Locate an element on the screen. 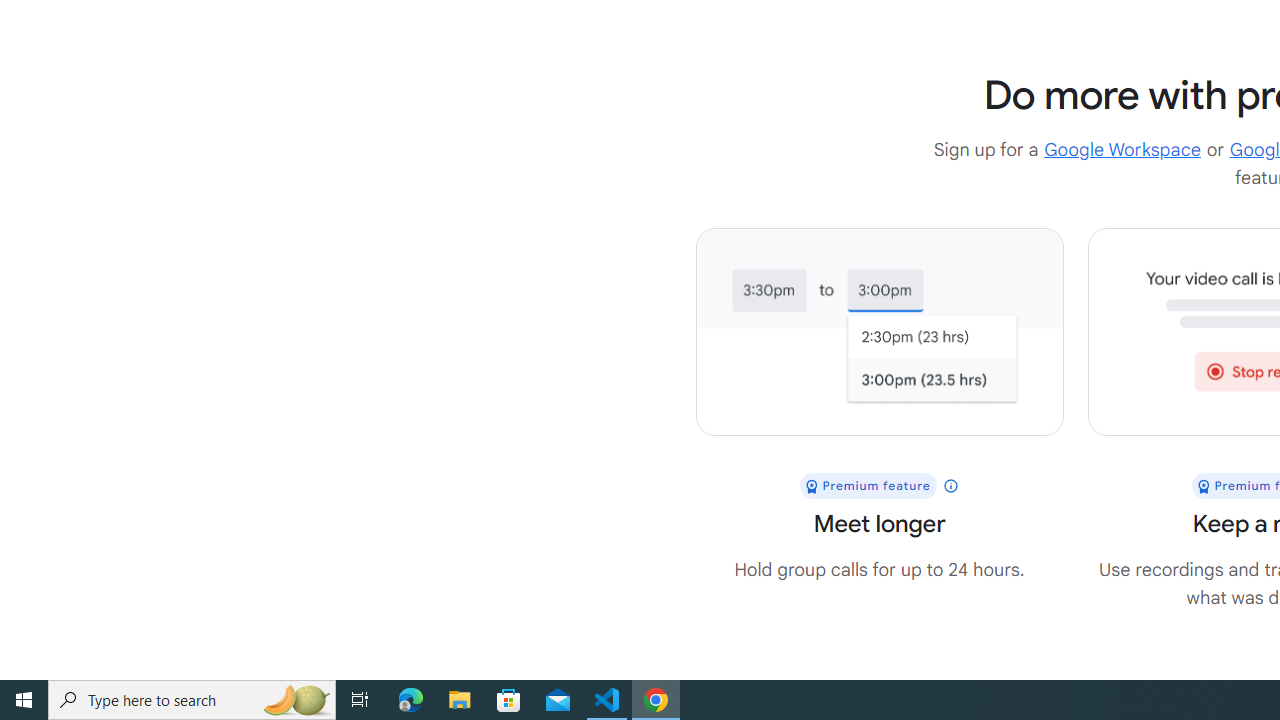  'UI shows extending a meeting to 23.5 hours' is located at coordinates (879, 331).